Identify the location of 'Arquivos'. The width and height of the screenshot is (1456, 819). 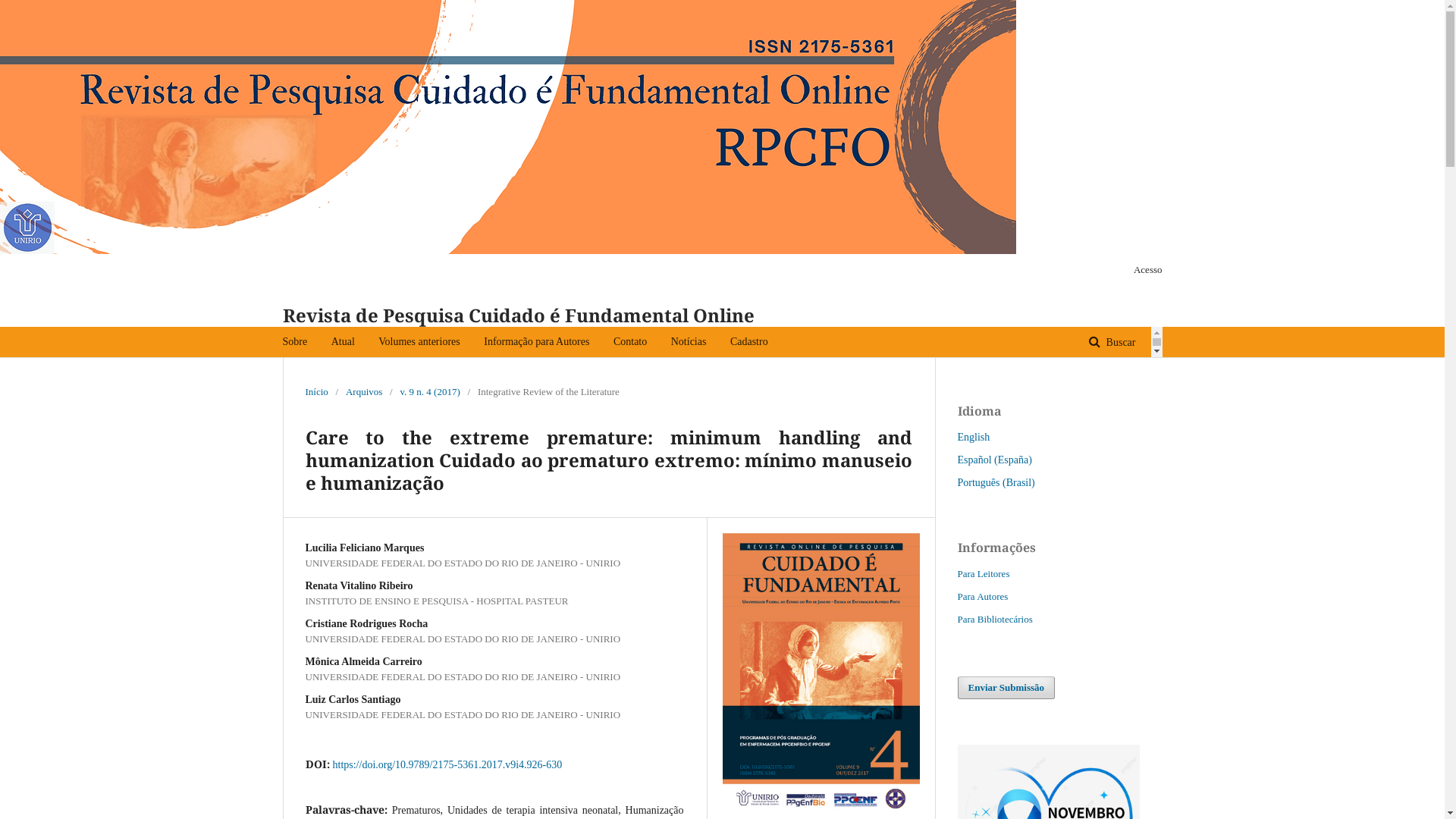
(364, 391).